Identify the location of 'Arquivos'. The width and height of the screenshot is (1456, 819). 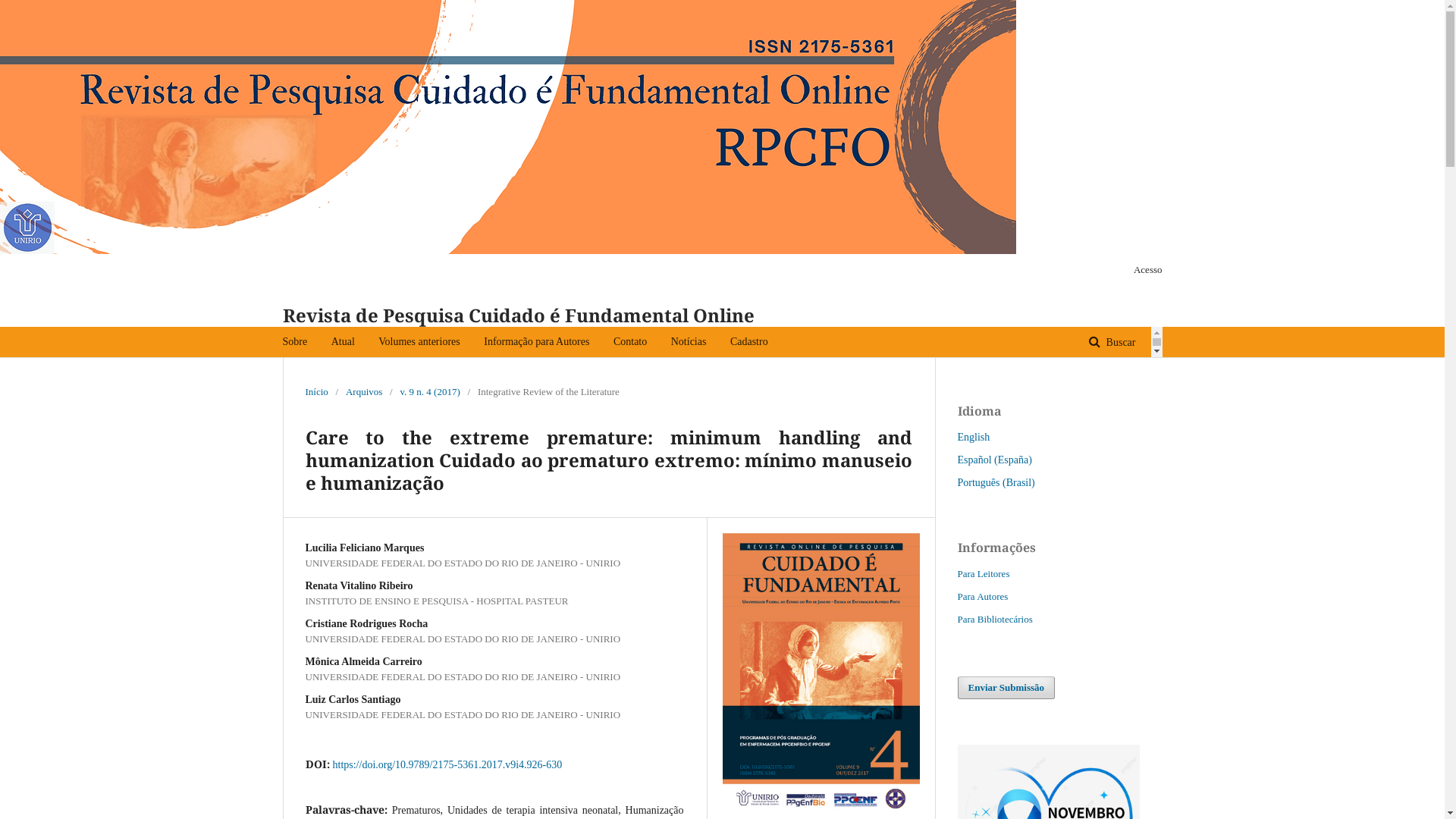
(364, 391).